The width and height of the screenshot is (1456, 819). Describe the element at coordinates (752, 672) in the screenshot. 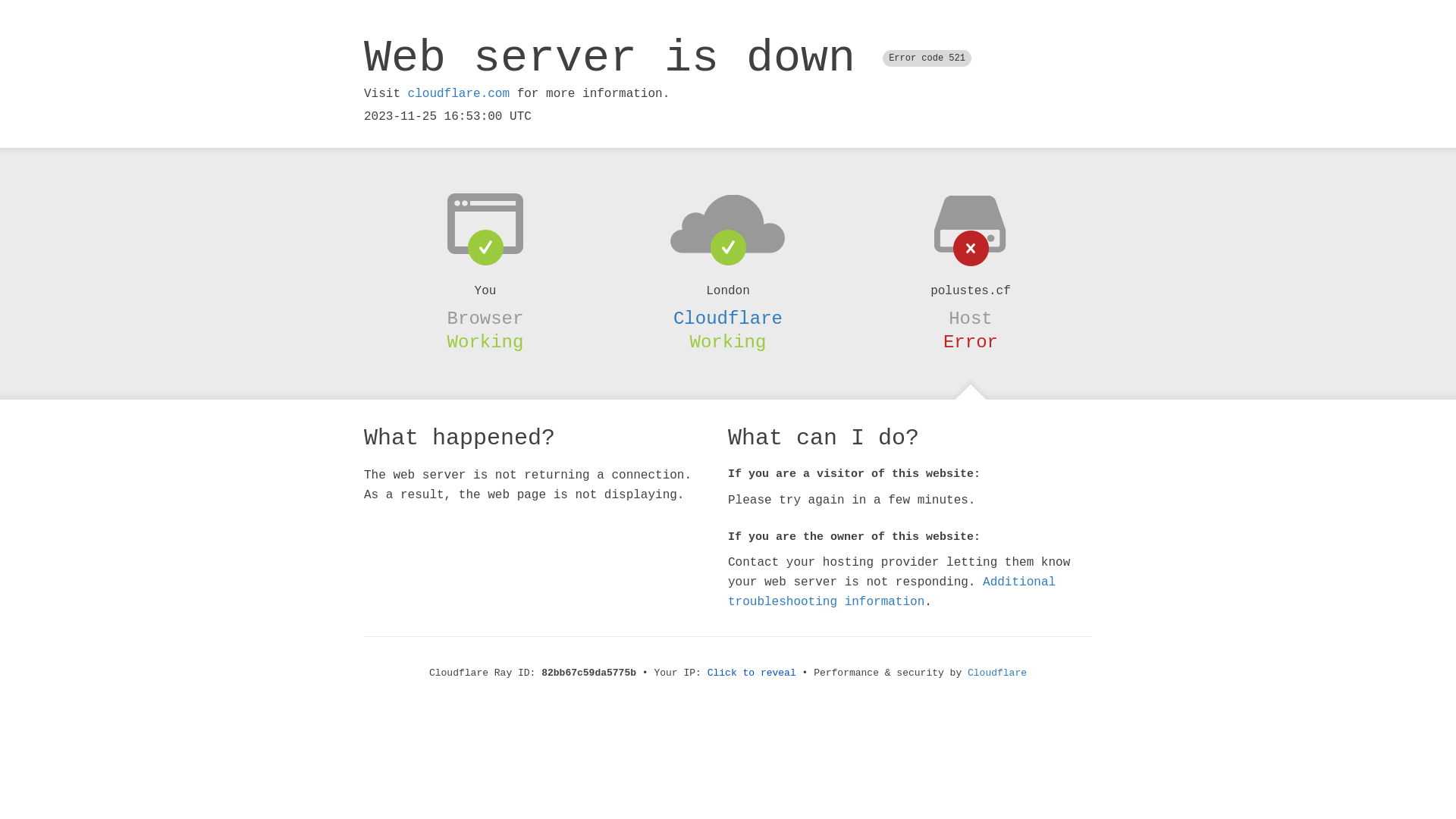

I see `'Click to reveal'` at that location.